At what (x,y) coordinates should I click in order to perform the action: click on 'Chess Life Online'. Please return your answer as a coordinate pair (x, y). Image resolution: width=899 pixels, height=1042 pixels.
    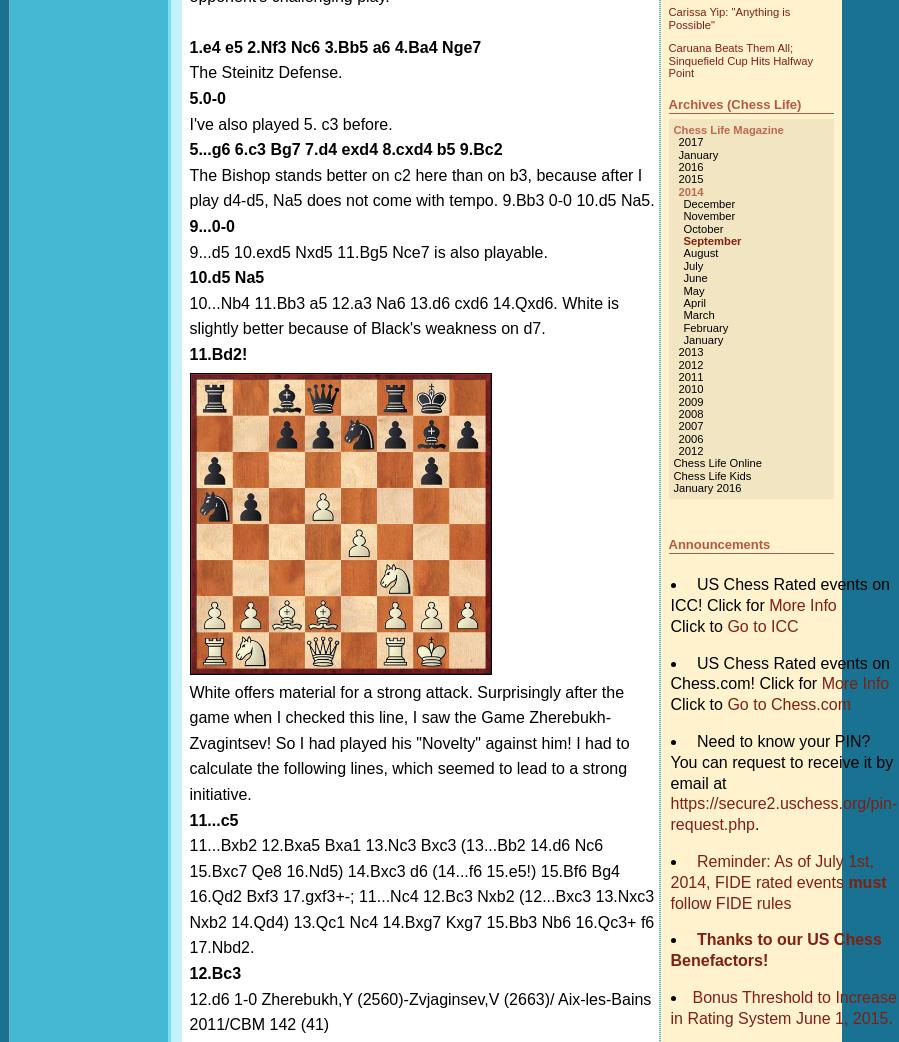
    Looking at the image, I should click on (716, 462).